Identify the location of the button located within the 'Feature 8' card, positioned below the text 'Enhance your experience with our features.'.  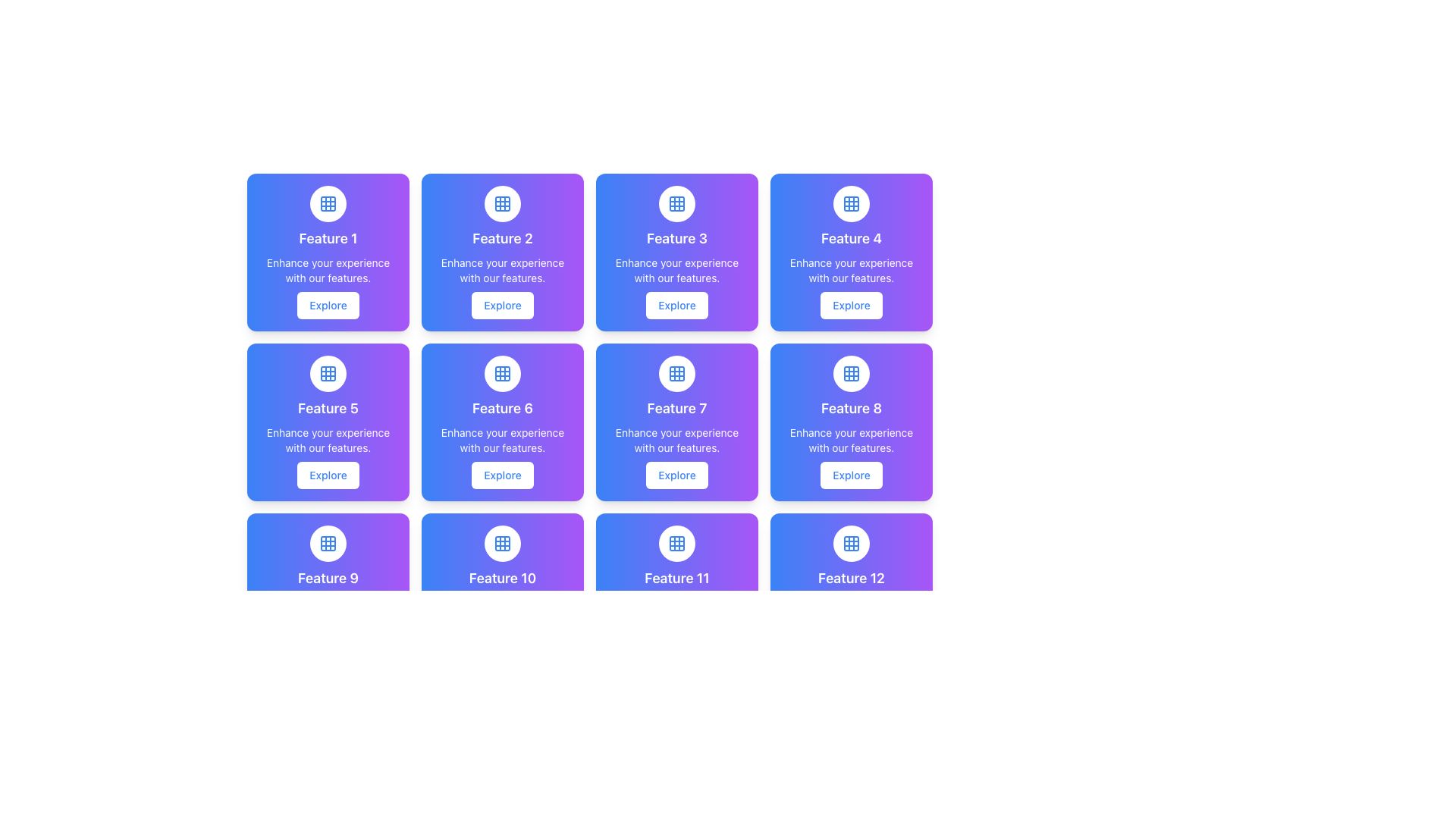
(852, 475).